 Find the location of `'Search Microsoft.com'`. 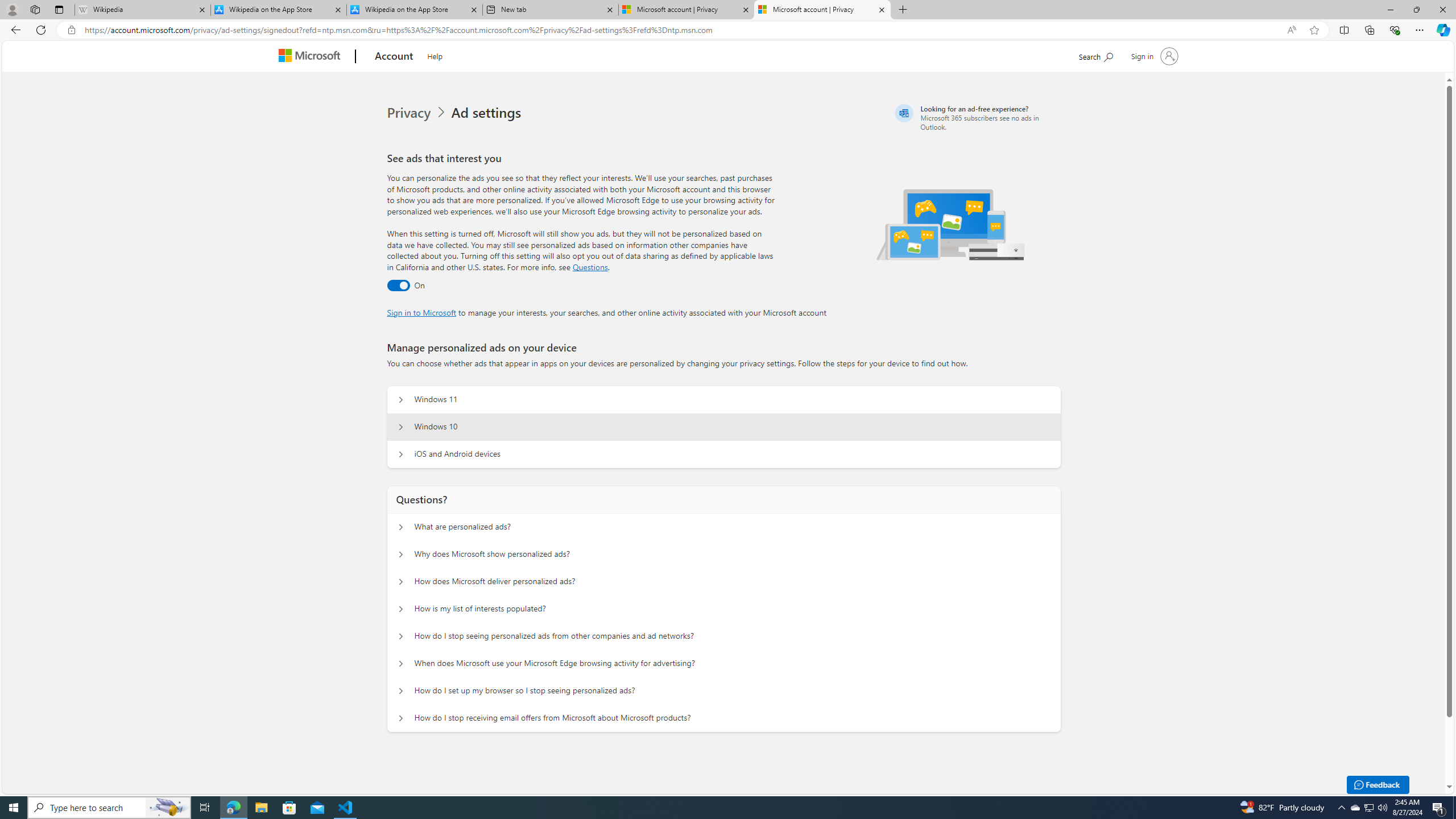

'Search Microsoft.com' is located at coordinates (1095, 55).